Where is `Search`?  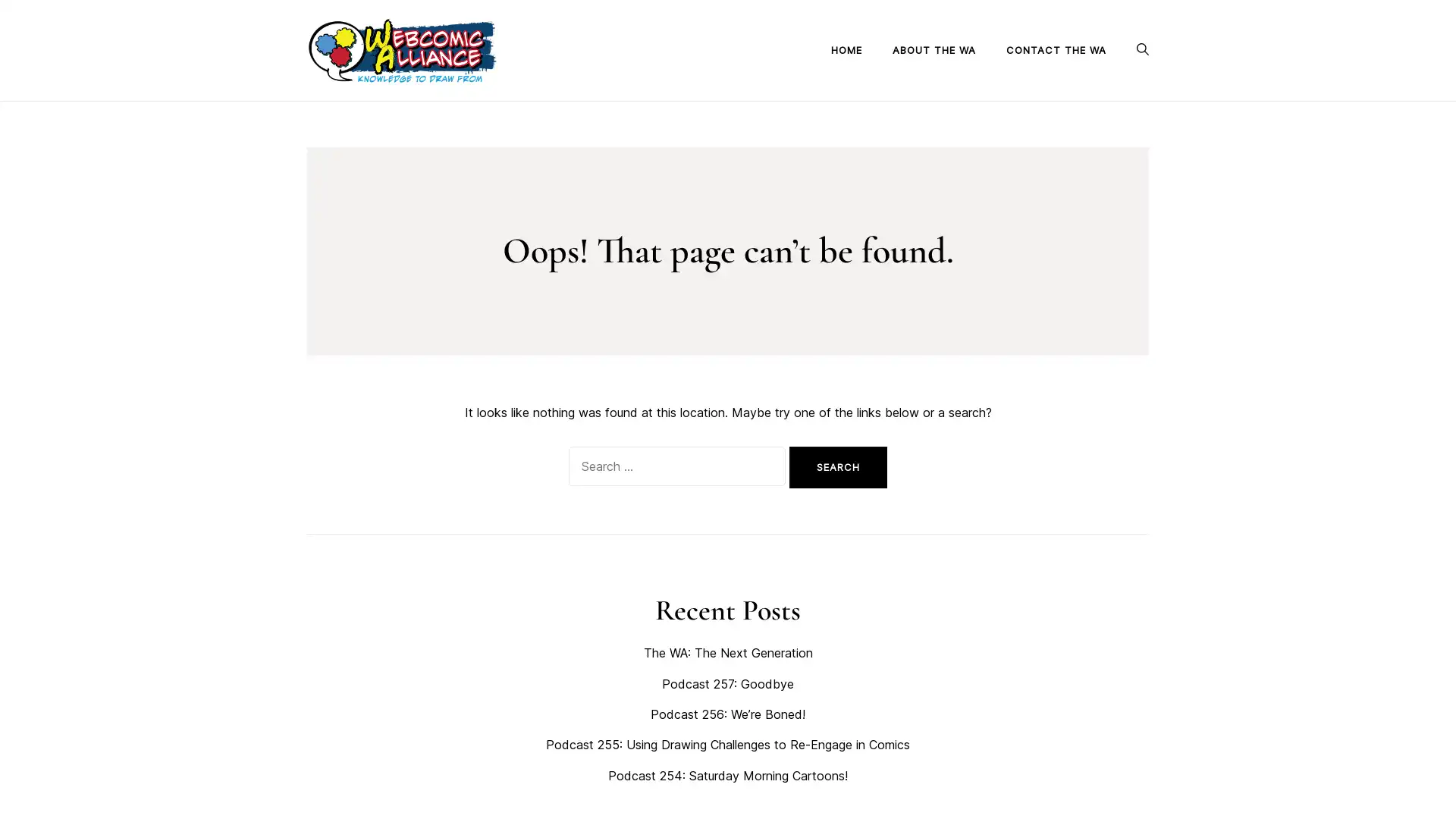
Search is located at coordinates (837, 466).